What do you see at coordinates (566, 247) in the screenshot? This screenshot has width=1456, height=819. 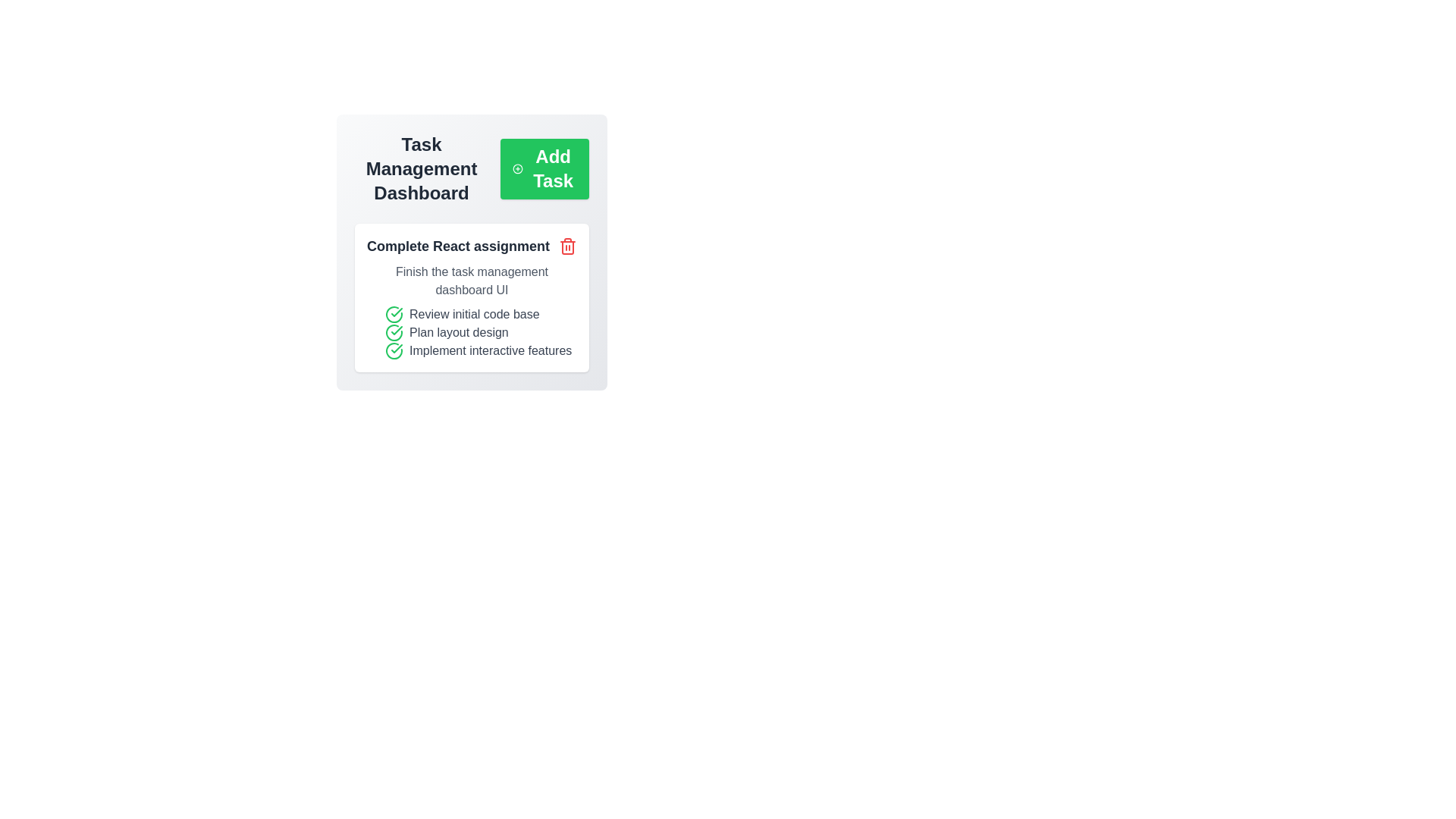 I see `the main body of the trash bin icon located in the right section of the task card titled 'Complete React assignment'` at bounding box center [566, 247].